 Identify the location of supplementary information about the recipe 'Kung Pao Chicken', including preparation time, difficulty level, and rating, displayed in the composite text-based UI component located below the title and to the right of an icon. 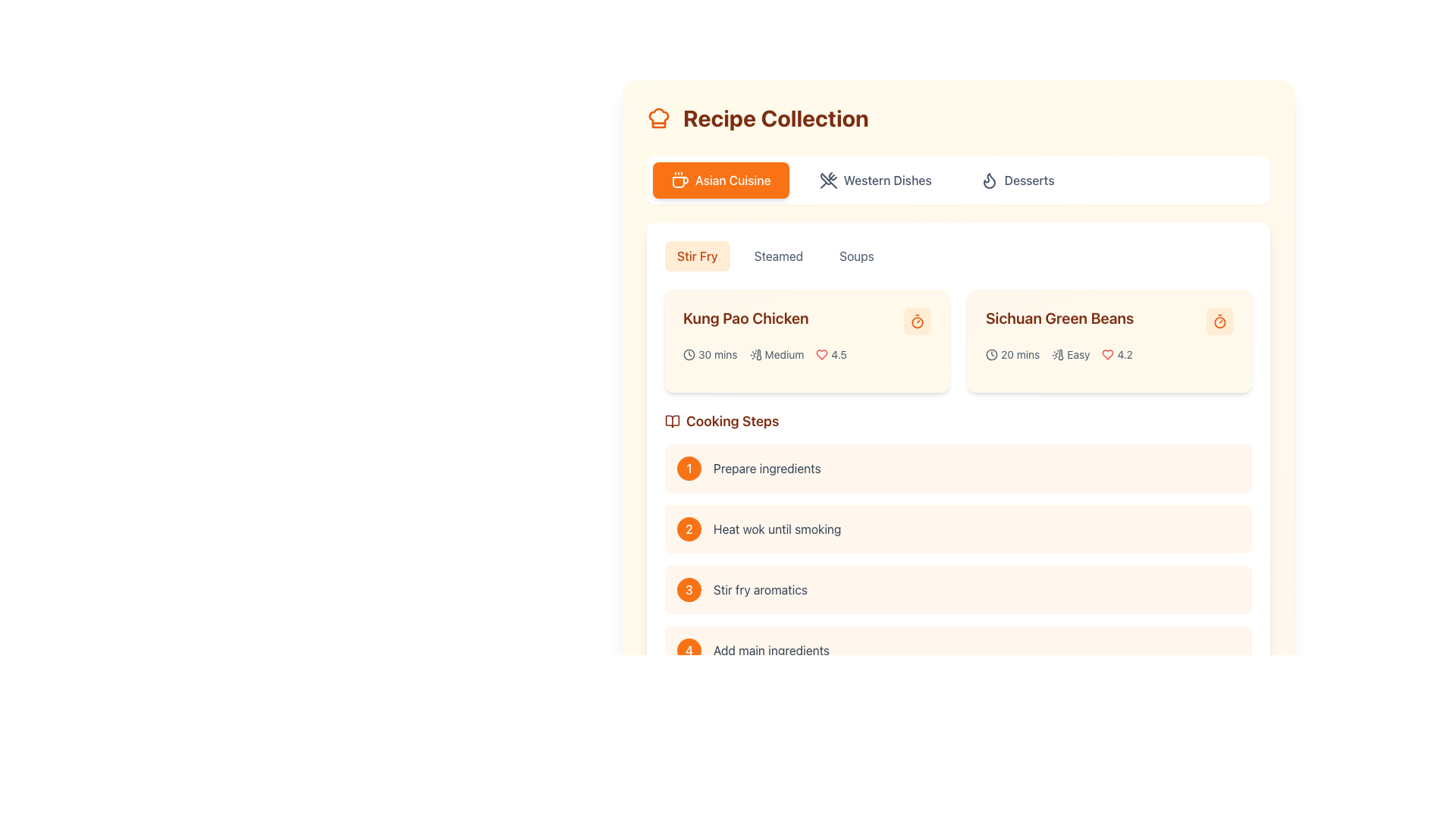
(806, 354).